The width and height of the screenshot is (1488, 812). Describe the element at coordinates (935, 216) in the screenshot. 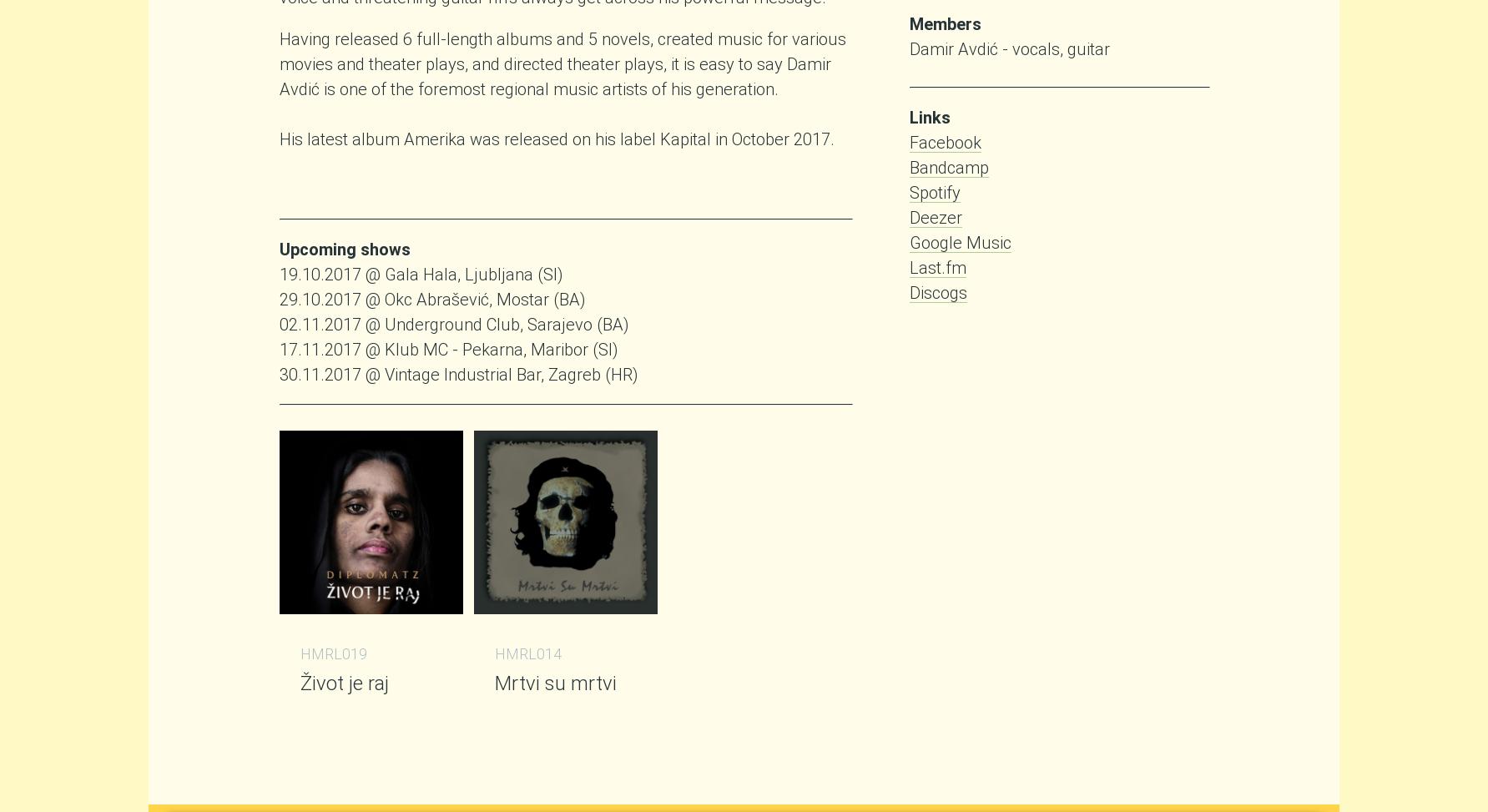

I see `'Deezer'` at that location.